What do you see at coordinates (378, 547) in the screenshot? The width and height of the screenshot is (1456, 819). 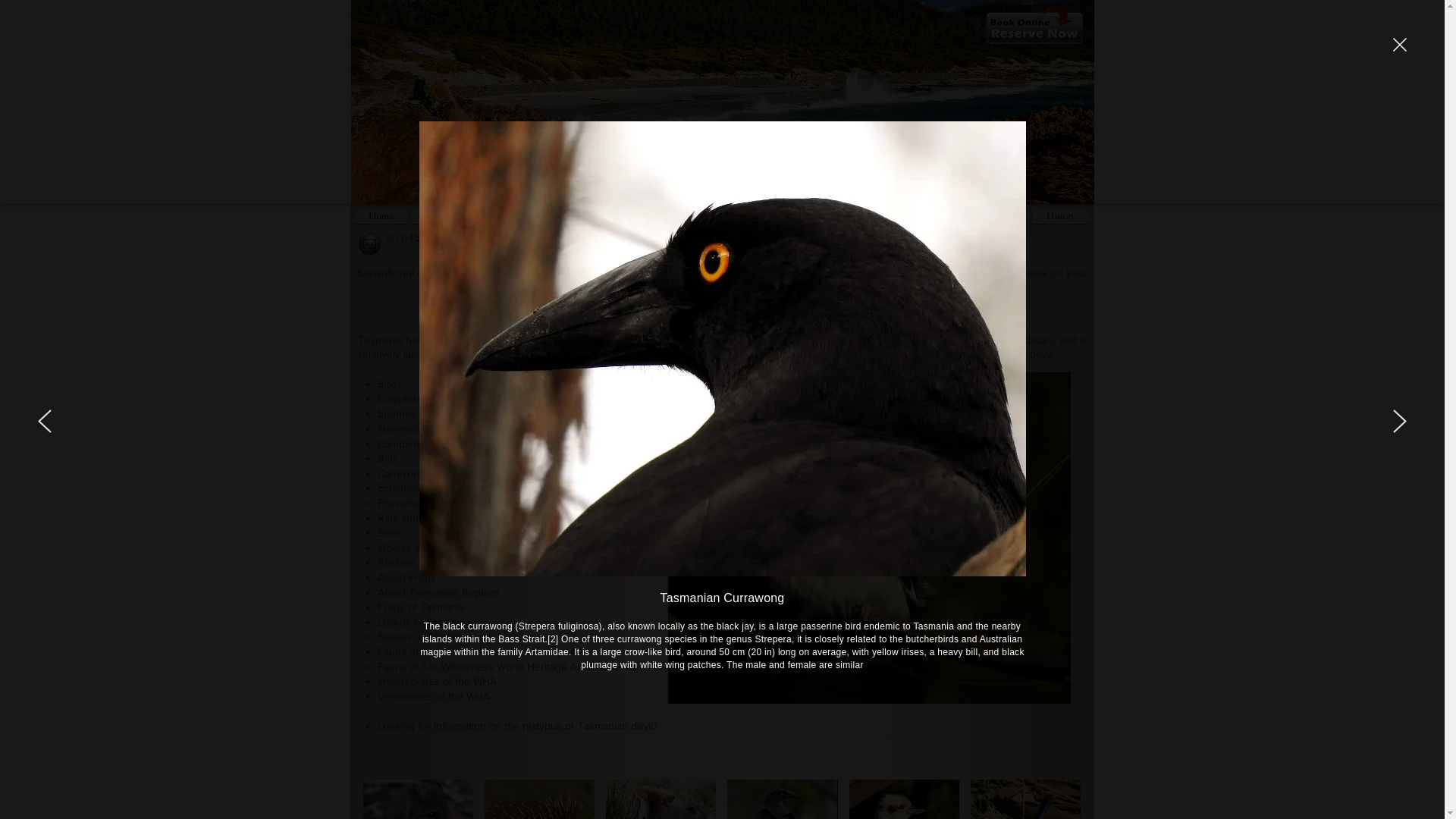 I see `'Whales and Dolphins'` at bounding box center [378, 547].